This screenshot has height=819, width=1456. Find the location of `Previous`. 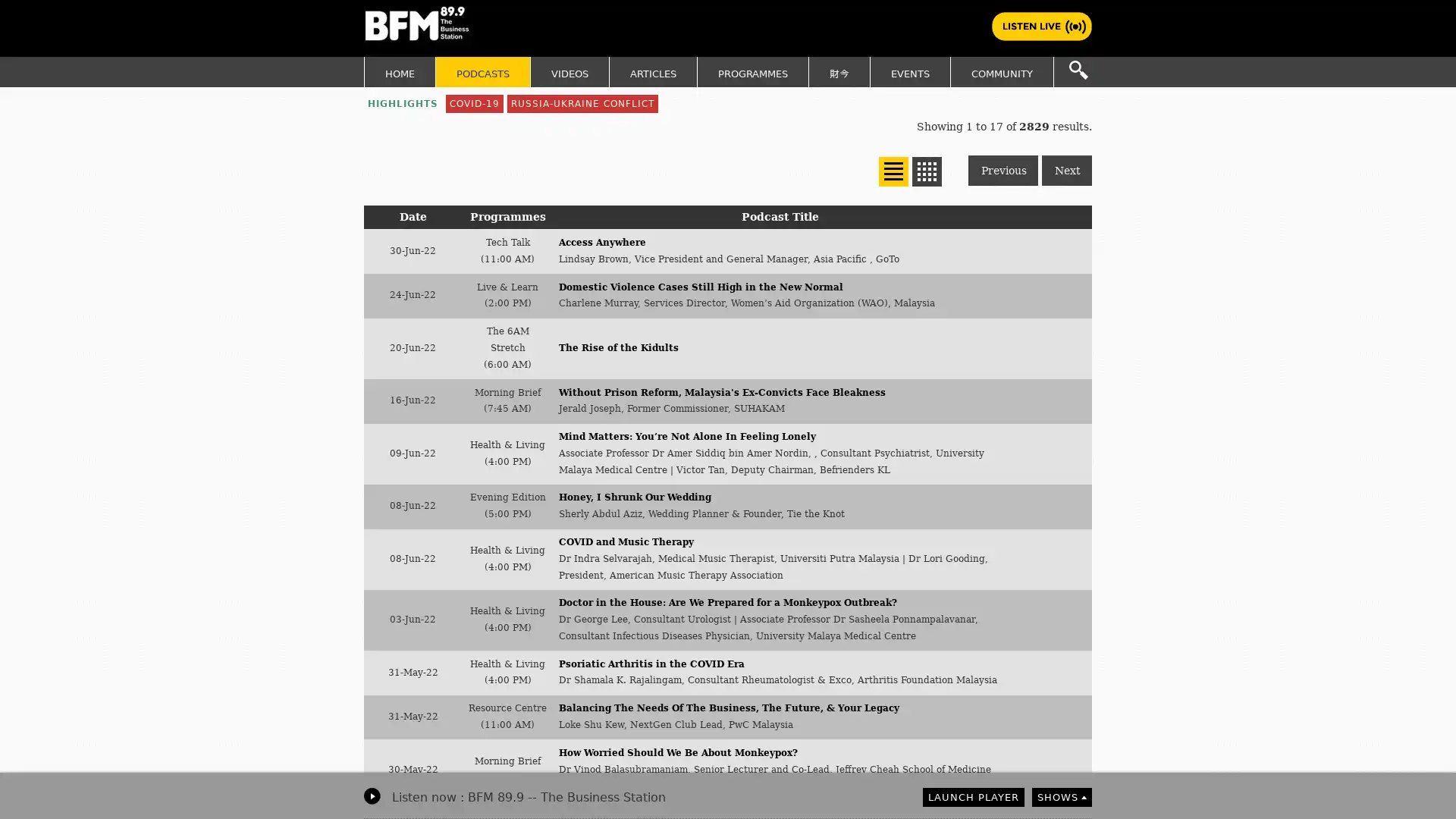

Previous is located at coordinates (1003, 170).